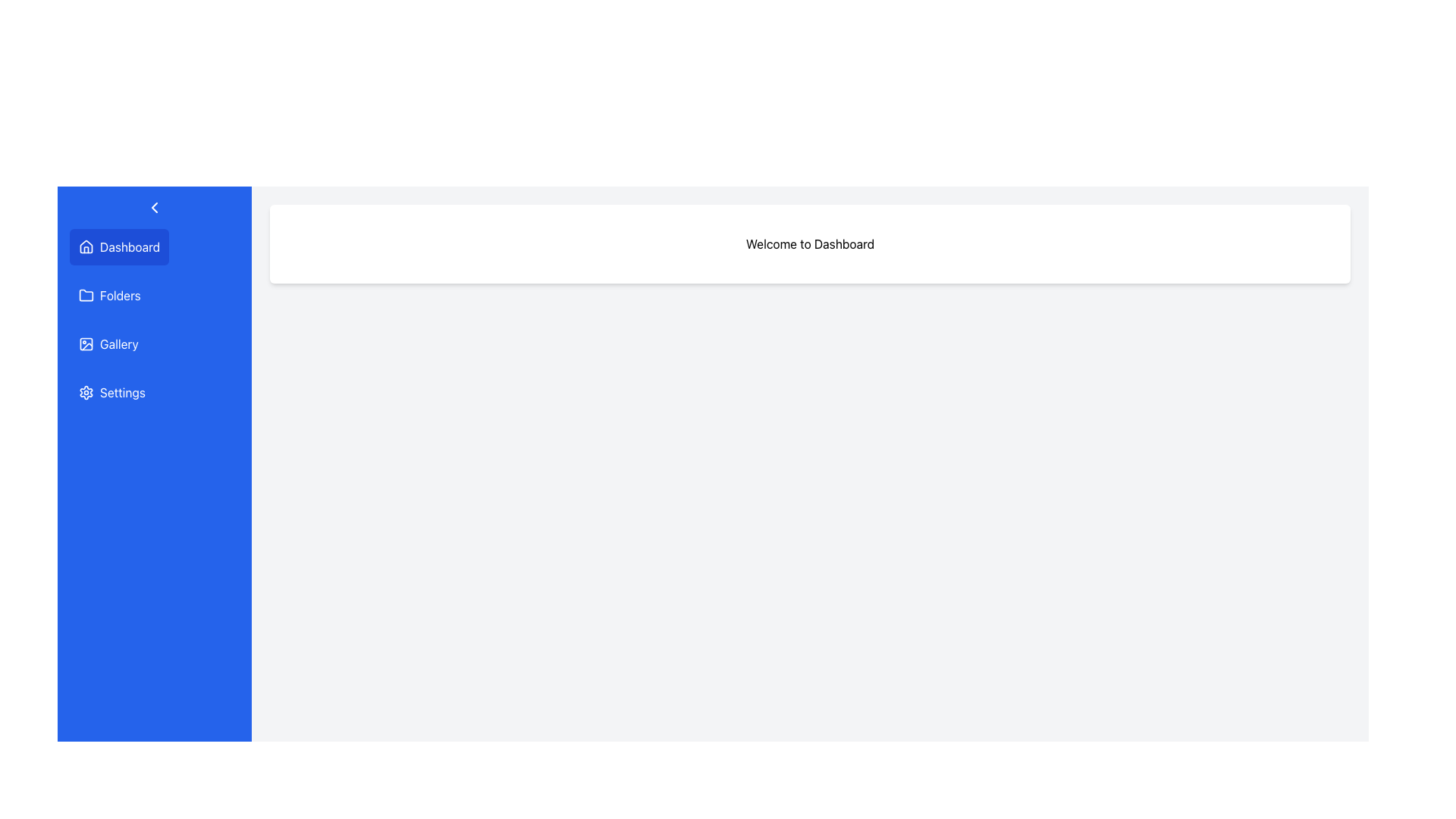  I want to click on the Settings icon located on the left side navigation bar, so click(86, 391).